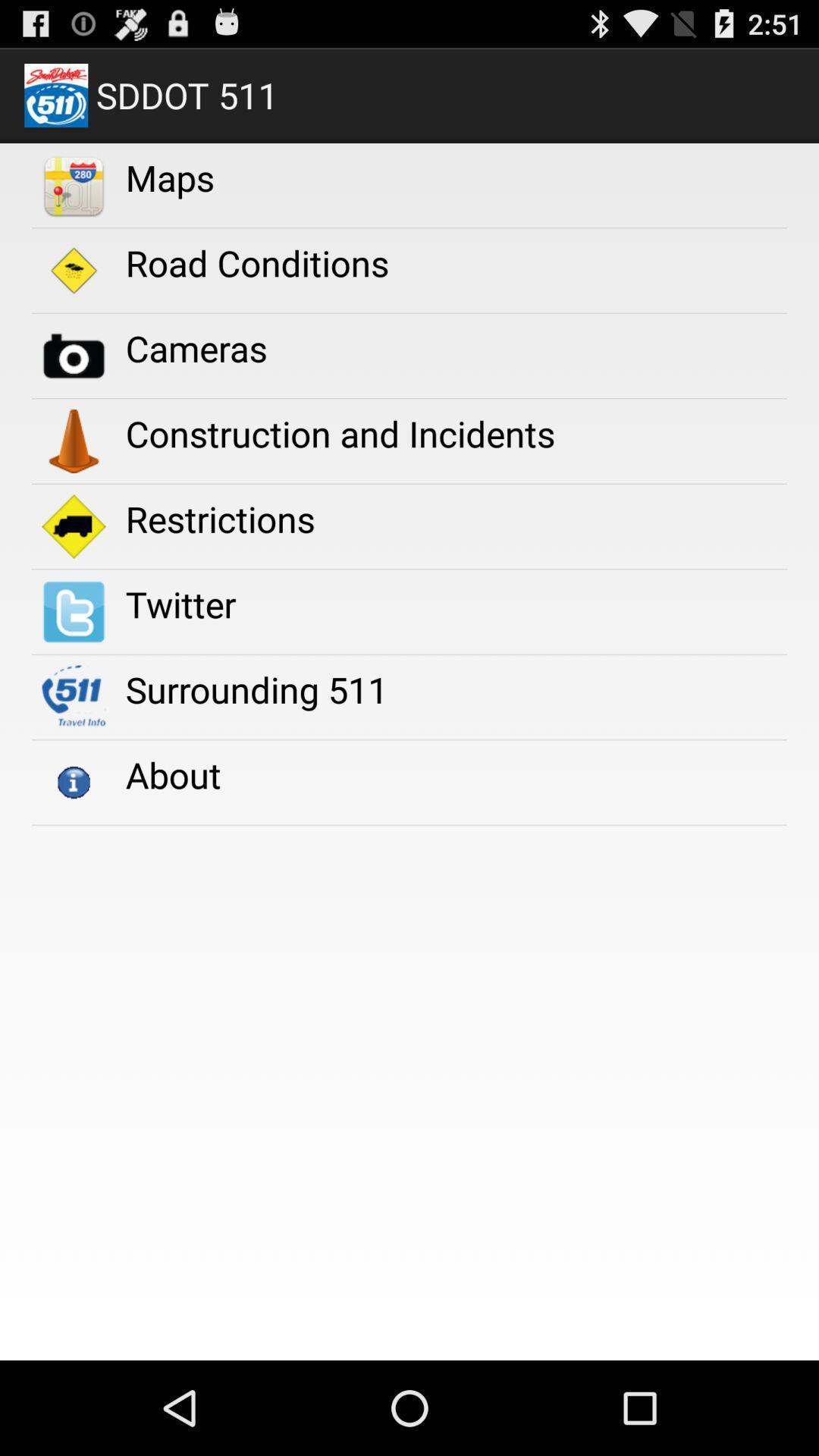 The image size is (819, 1456). What do you see at coordinates (256, 262) in the screenshot?
I see `the road conditions item` at bounding box center [256, 262].